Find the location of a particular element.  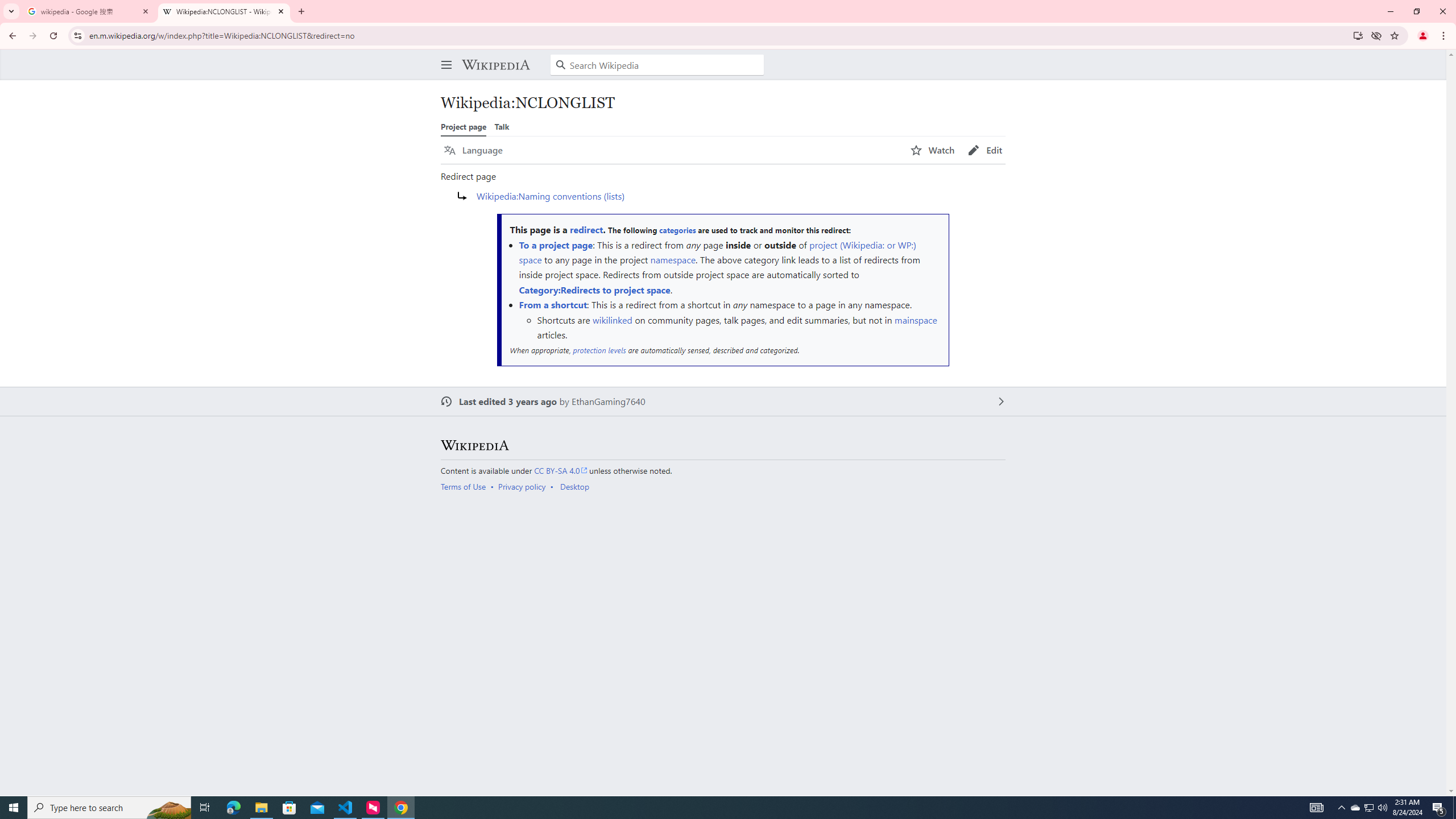

'Install Wikipedia' is located at coordinates (1358, 35).